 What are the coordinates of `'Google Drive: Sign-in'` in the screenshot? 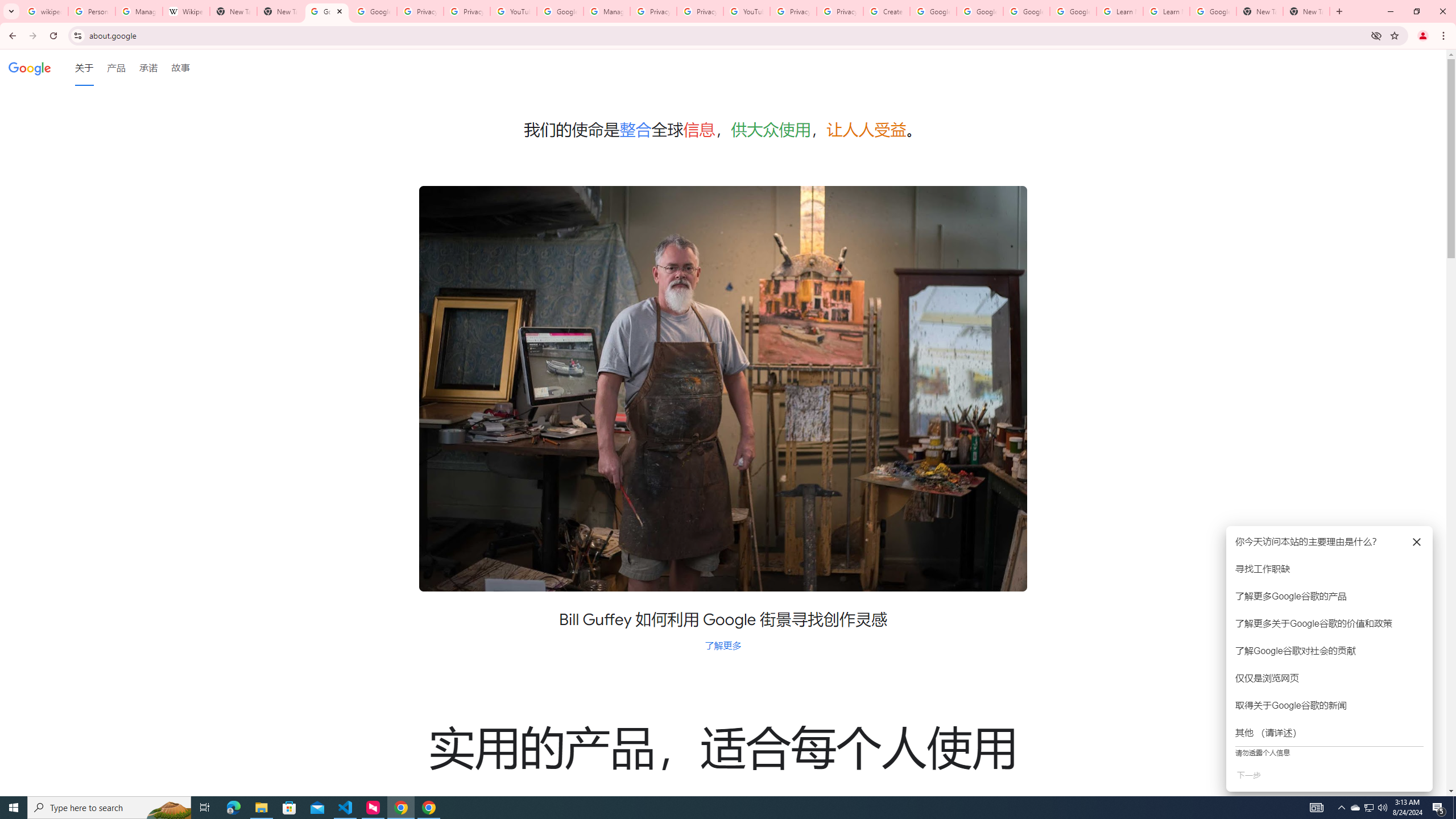 It's located at (373, 11).